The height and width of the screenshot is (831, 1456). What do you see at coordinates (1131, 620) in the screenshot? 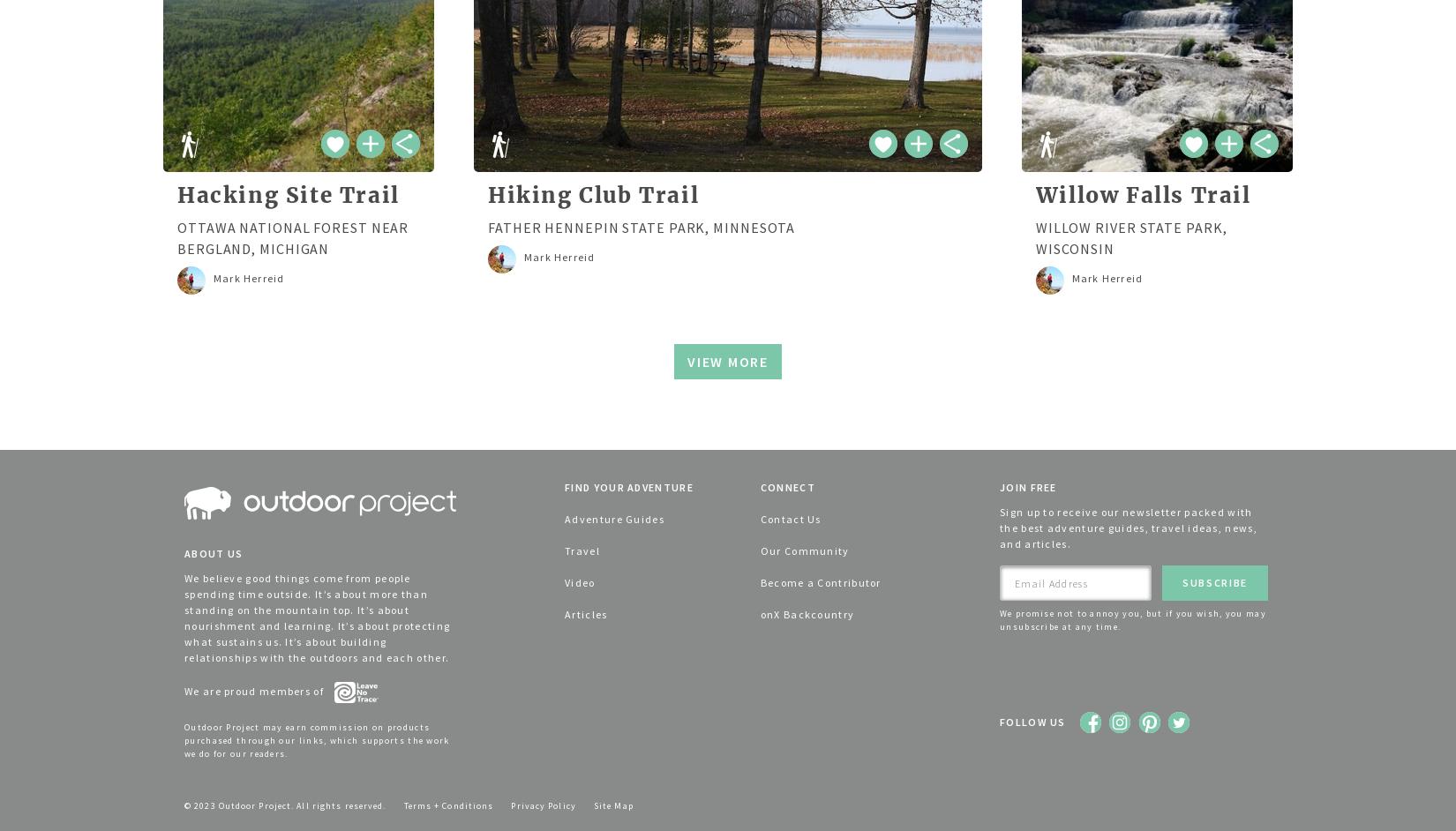
I see `'We promise not to annoy you, but if you wish, you may unsubscribe at any time.'` at bounding box center [1131, 620].